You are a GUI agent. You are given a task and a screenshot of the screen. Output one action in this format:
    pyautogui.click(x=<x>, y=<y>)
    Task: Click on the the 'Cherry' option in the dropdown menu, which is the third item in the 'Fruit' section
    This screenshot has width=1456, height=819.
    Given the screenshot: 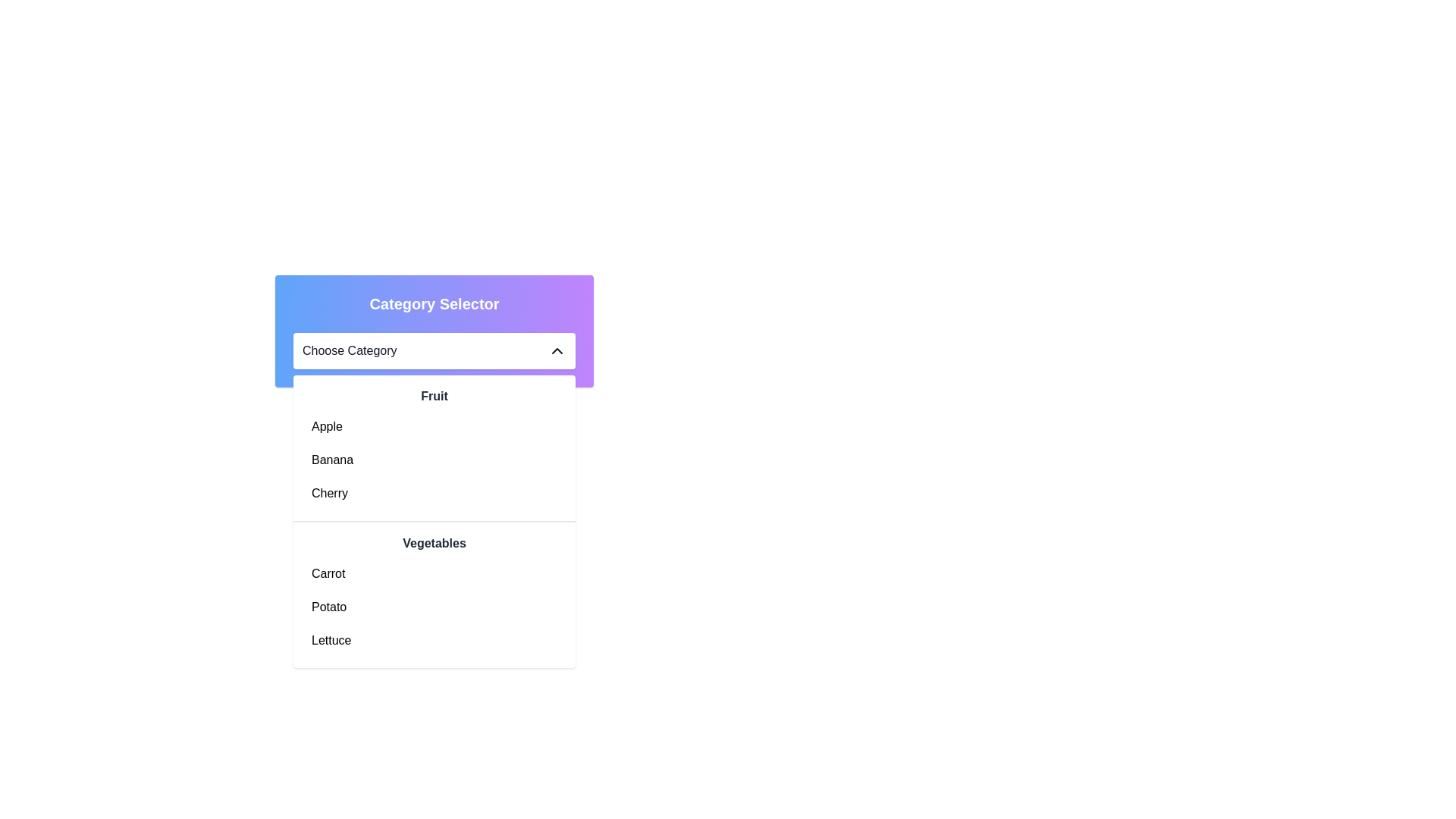 What is the action you would take?
    pyautogui.click(x=433, y=494)
    